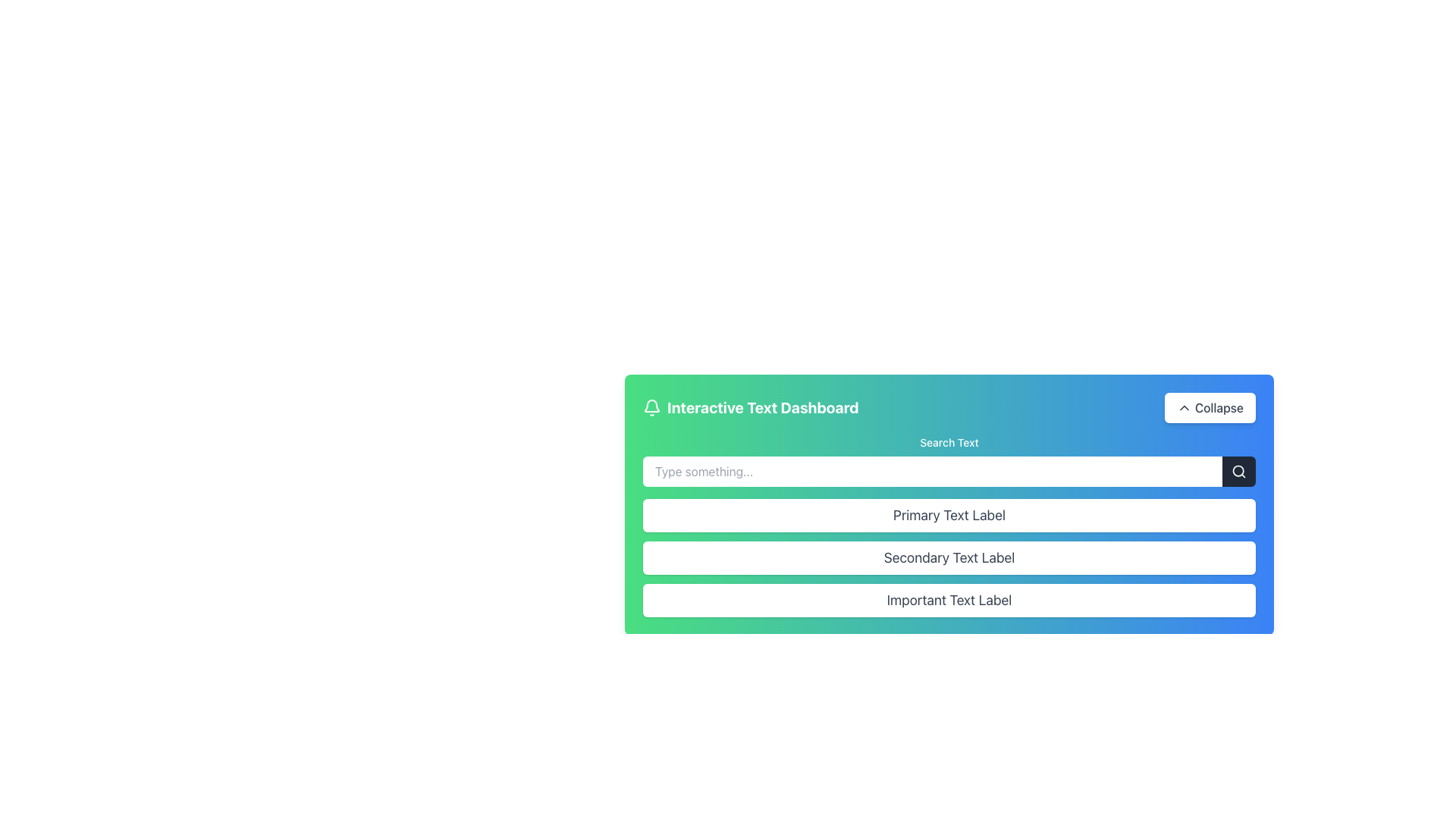  What do you see at coordinates (1238, 470) in the screenshot?
I see `the SVG Circle within the magnifying glass icon, which indicates the search functionality of the input field` at bounding box center [1238, 470].